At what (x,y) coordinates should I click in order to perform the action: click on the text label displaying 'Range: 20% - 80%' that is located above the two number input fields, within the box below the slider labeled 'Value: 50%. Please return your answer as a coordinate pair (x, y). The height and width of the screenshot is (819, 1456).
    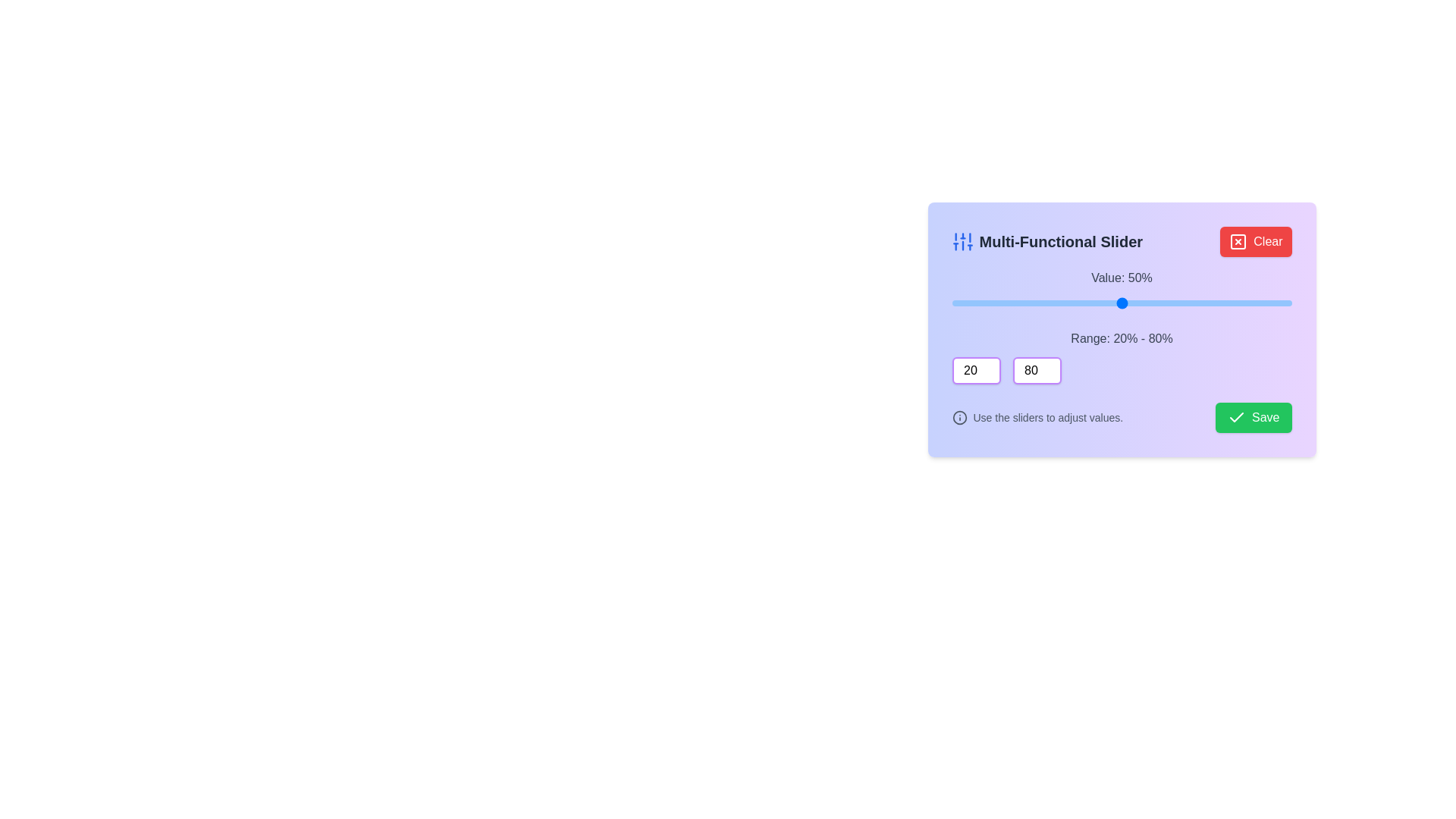
    Looking at the image, I should click on (1122, 356).